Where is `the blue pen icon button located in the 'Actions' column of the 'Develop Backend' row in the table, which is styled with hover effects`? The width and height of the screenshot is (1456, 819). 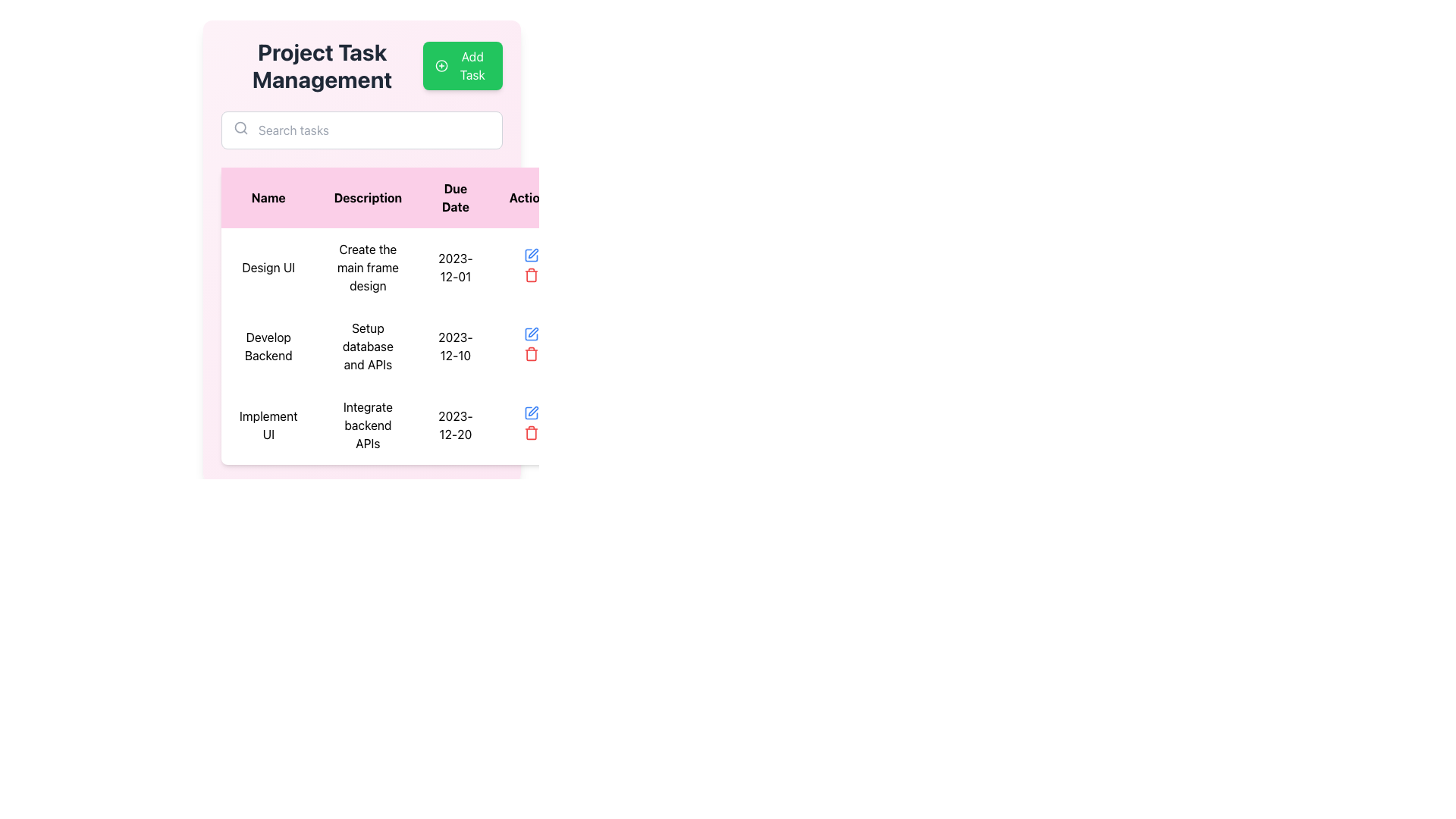 the blue pen icon button located in the 'Actions' column of the 'Develop Backend' row in the table, which is styled with hover effects is located at coordinates (531, 333).